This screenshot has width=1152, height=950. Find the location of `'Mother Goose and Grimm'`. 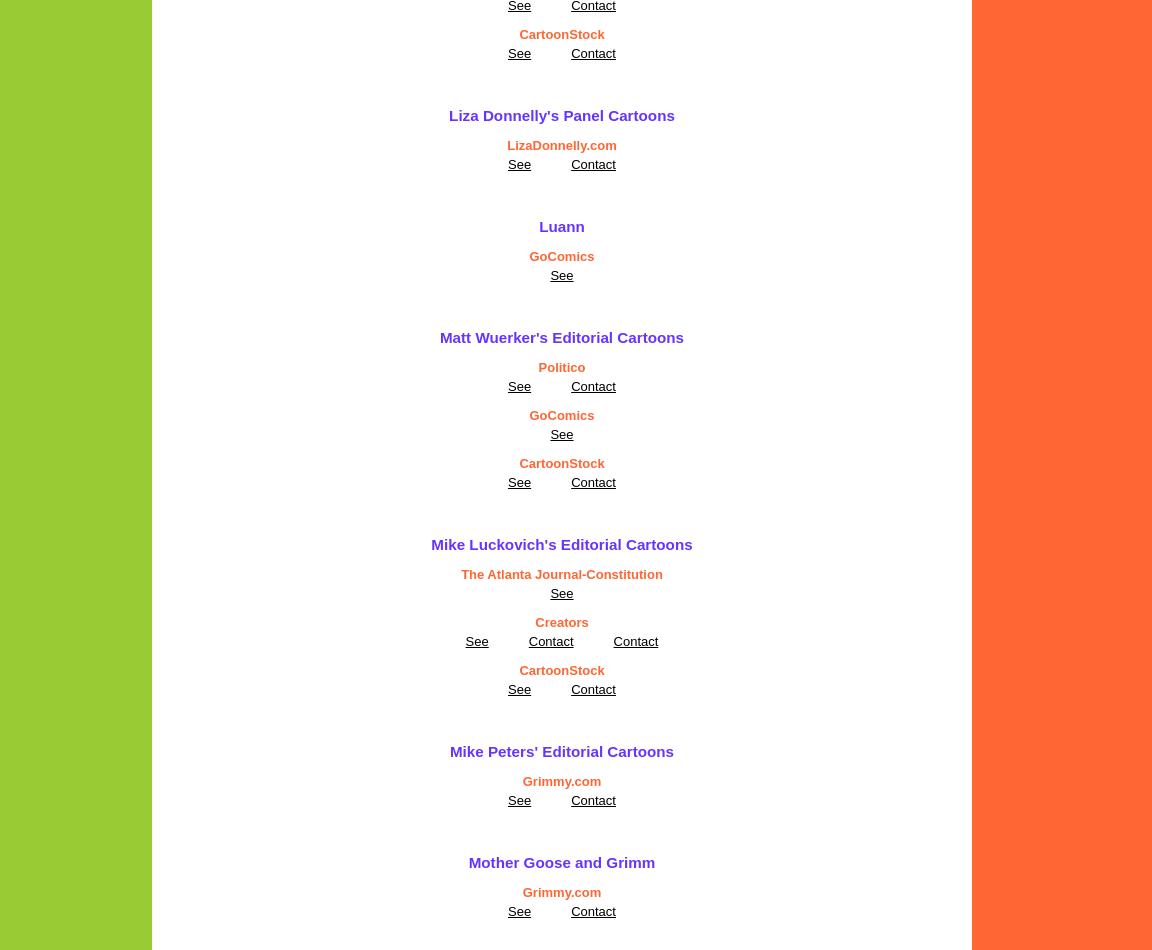

'Mother Goose and Grimm' is located at coordinates (561, 861).